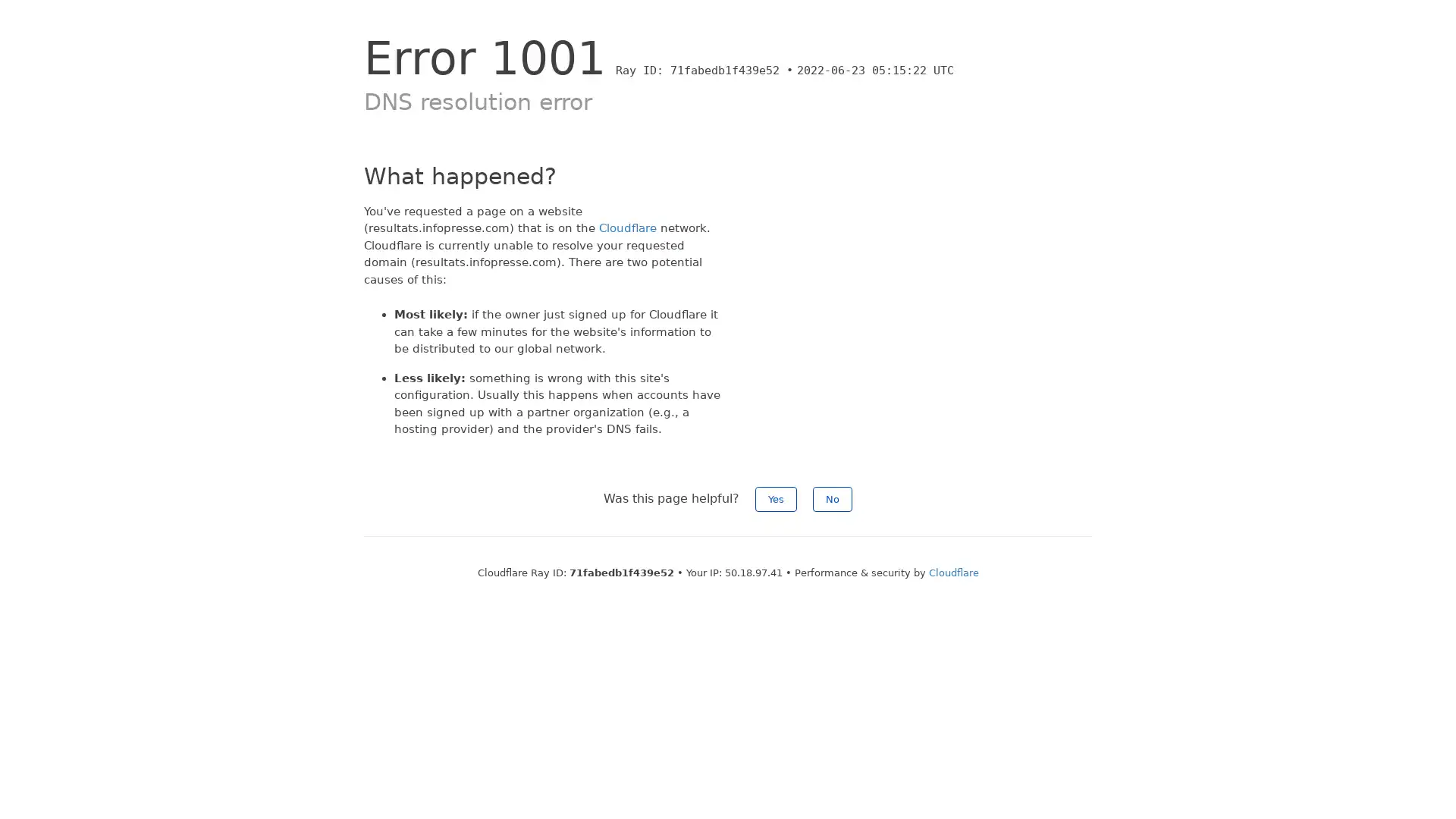 This screenshot has width=1456, height=819. I want to click on No, so click(832, 498).